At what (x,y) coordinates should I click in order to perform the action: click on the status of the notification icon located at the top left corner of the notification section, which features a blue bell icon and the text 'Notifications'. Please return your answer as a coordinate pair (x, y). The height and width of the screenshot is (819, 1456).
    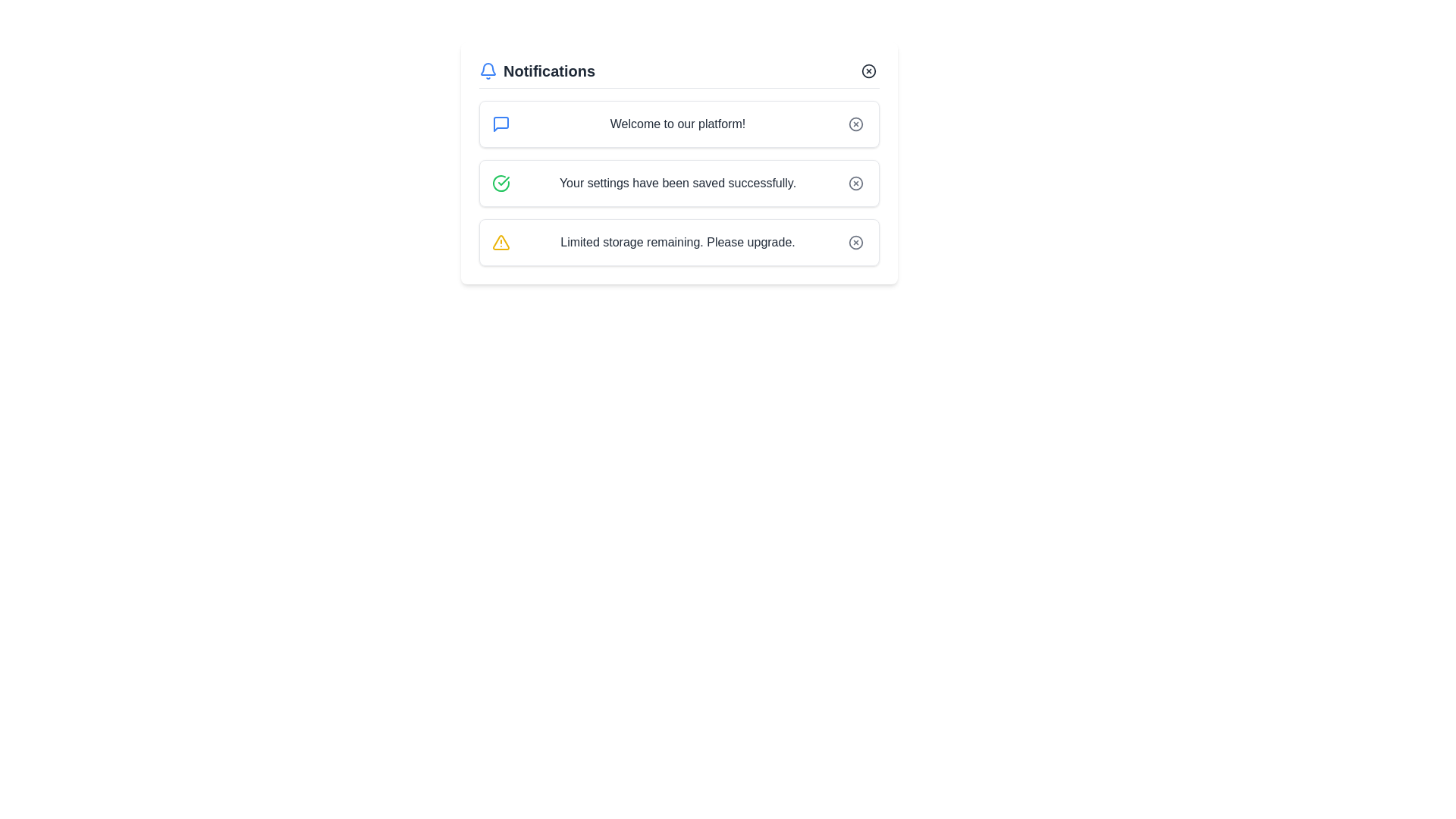
    Looking at the image, I should click on (488, 71).